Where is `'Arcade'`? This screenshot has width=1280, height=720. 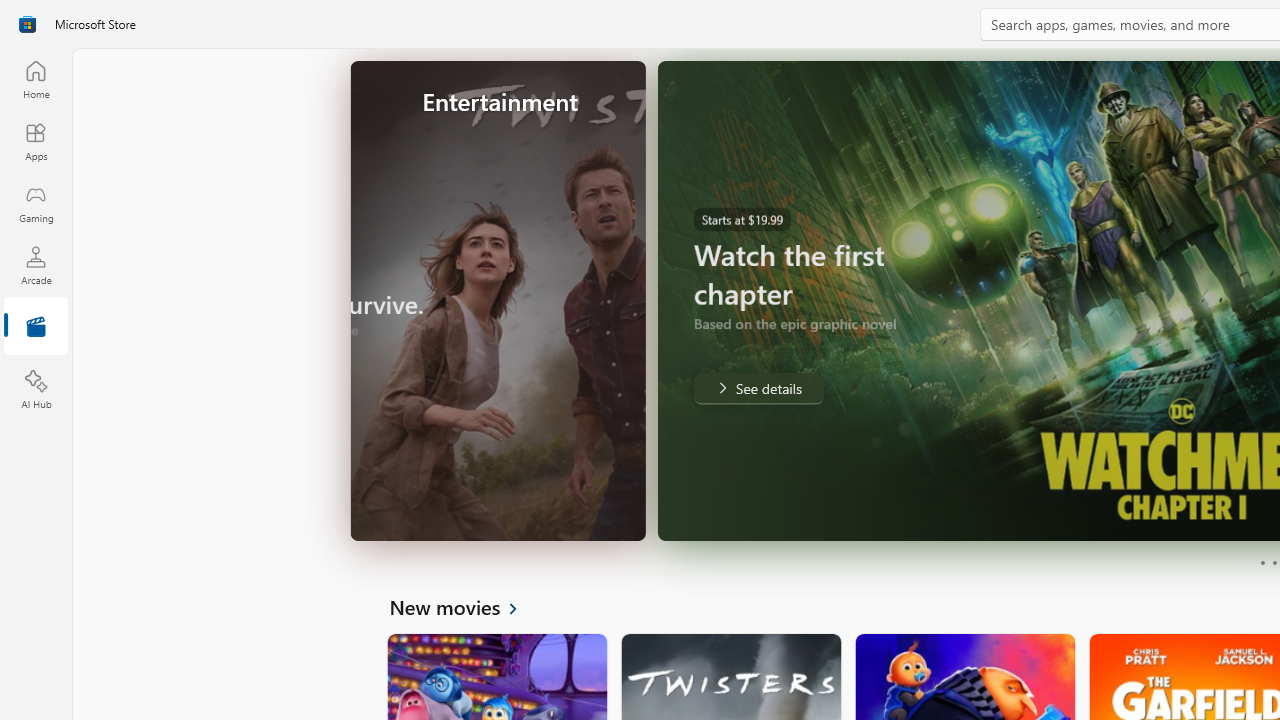
'Arcade' is located at coordinates (35, 264).